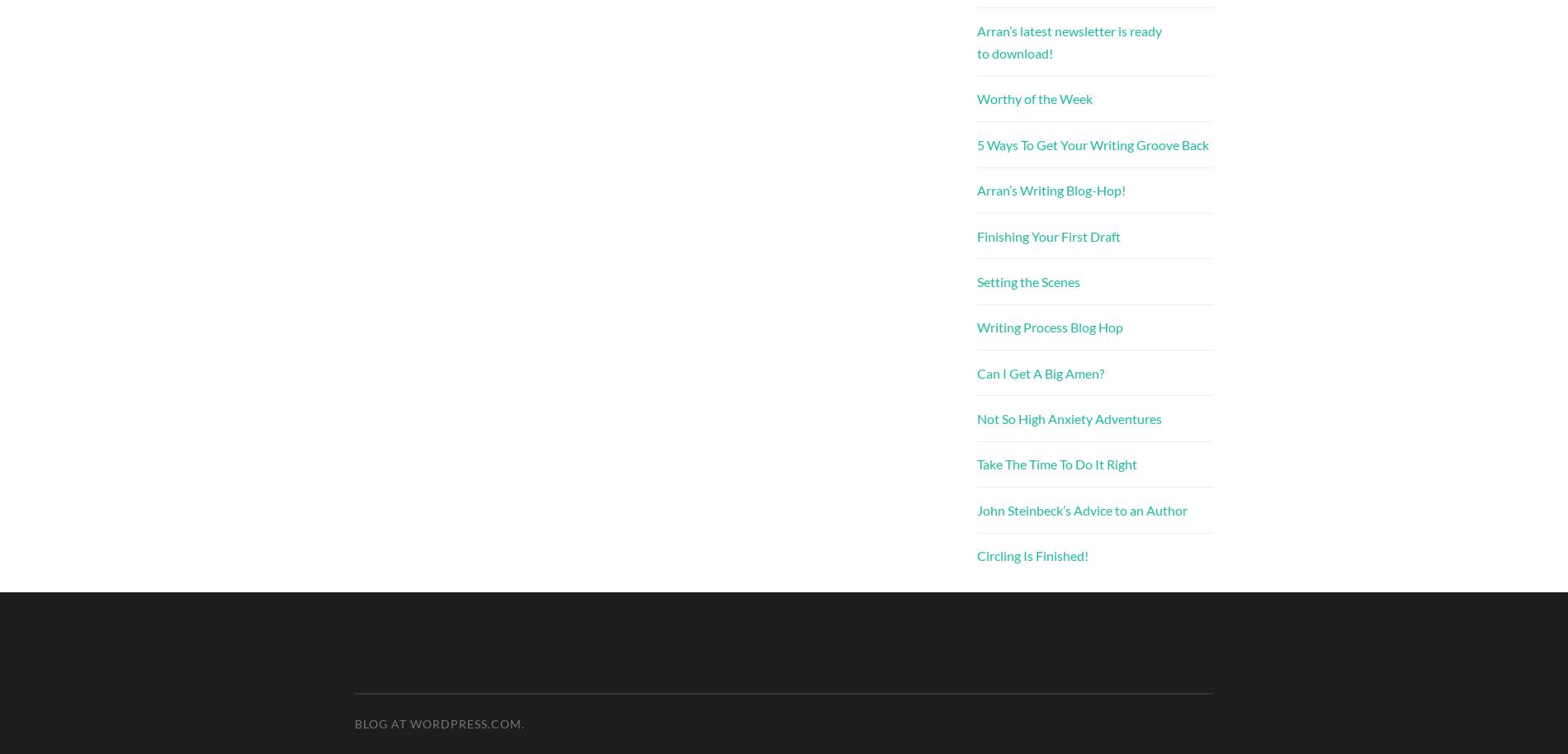 The image size is (1568, 754). Describe the element at coordinates (977, 464) in the screenshot. I see `'Take The Time To Do It Right'` at that location.